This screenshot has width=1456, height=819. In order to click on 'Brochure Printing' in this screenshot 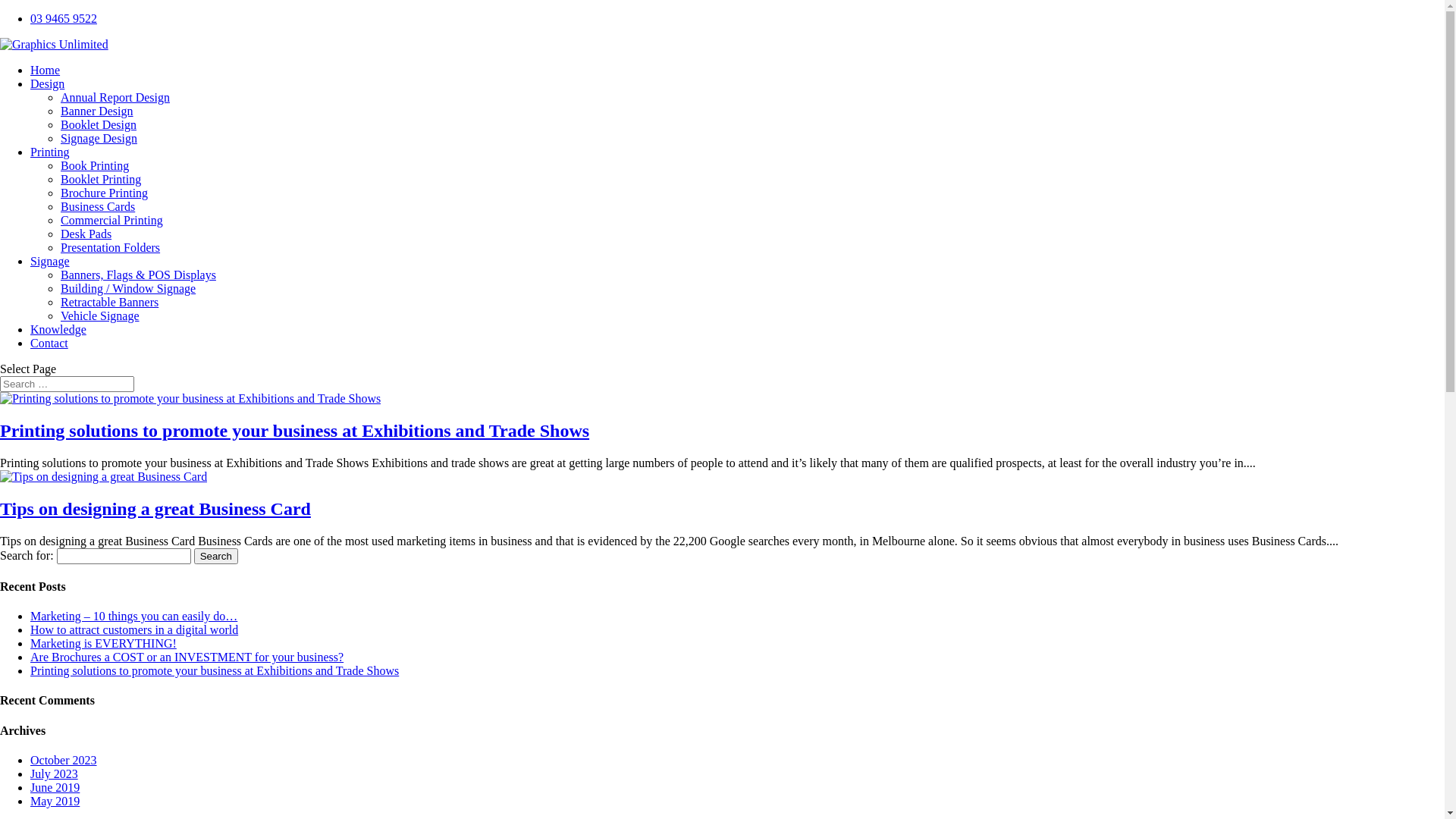, I will do `click(61, 192)`.